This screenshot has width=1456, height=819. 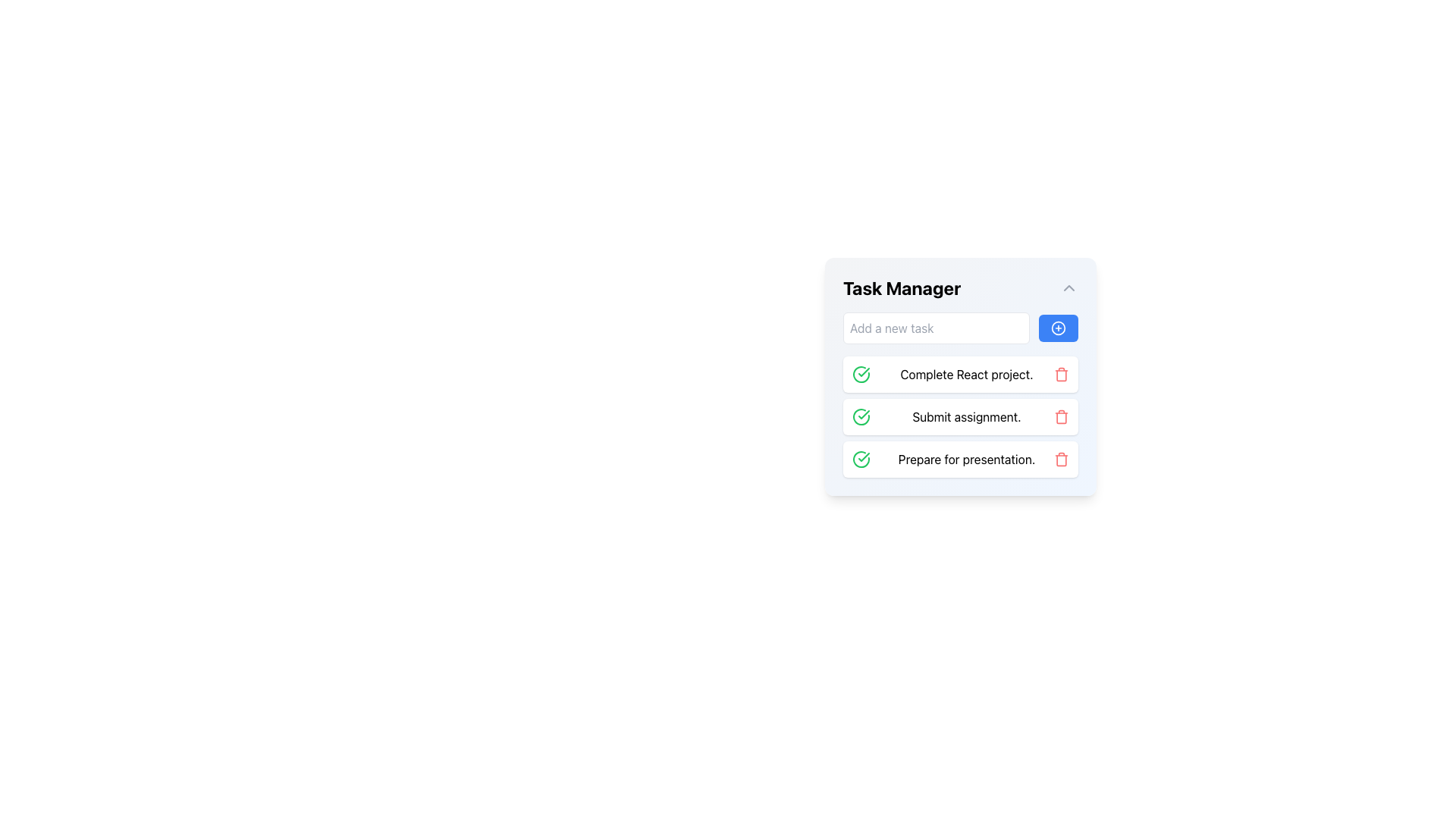 I want to click on the tasks listed in the task management interface, specifically within the section containing three bullet-style items with check and trash icons, so click(x=960, y=394).